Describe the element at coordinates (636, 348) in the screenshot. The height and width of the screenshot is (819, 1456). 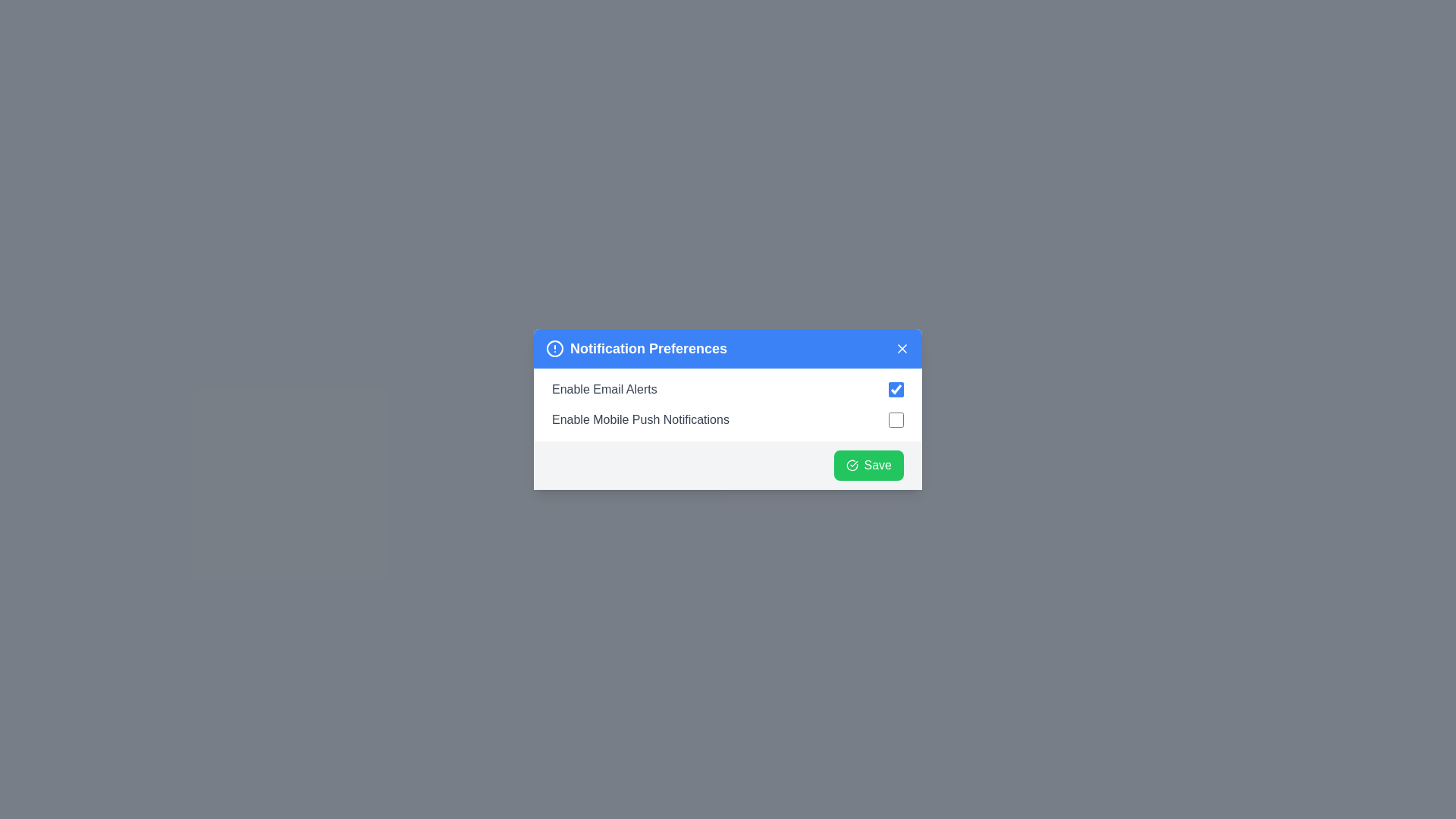
I see `the 'Notification Preferences' heading, which is styled with bold and large font size and accompanied by a circular icon with an exclamation mark to its left` at that location.